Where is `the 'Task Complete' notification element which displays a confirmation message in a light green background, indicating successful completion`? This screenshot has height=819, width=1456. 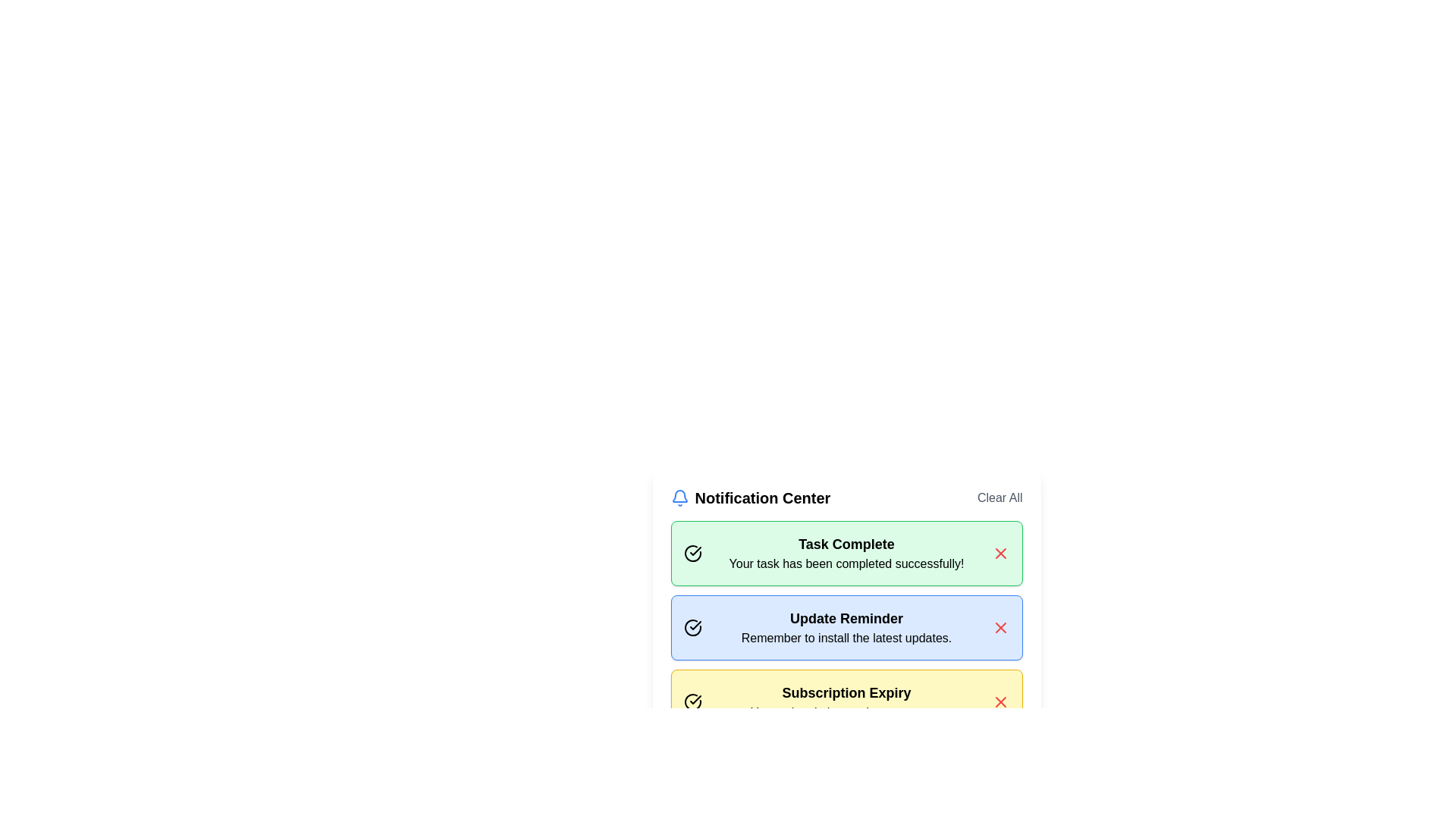
the 'Task Complete' notification element which displays a confirmation message in a light green background, indicating successful completion is located at coordinates (846, 553).